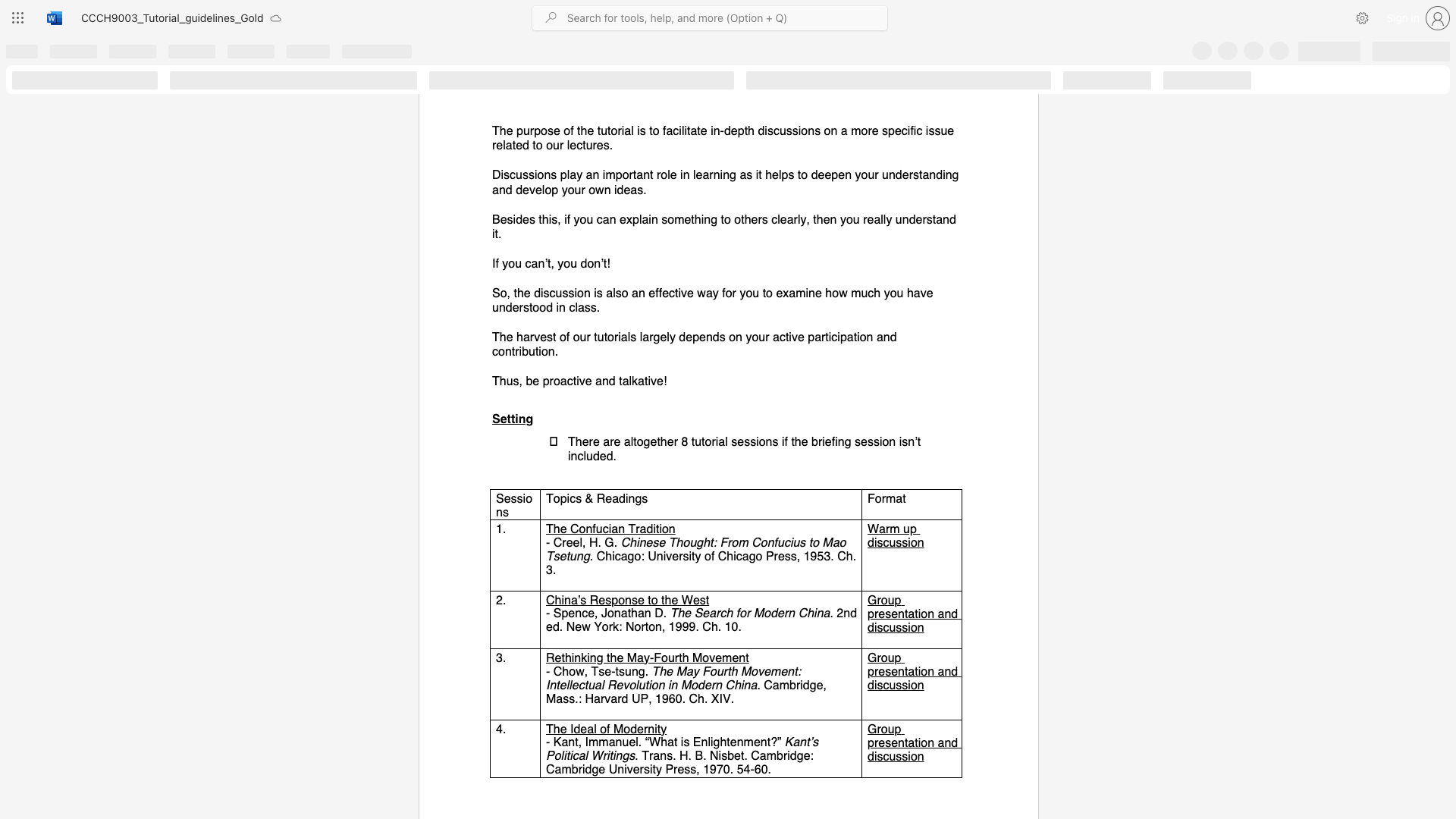  What do you see at coordinates (626, 498) in the screenshot?
I see `the 2th character "i" in the text` at bounding box center [626, 498].